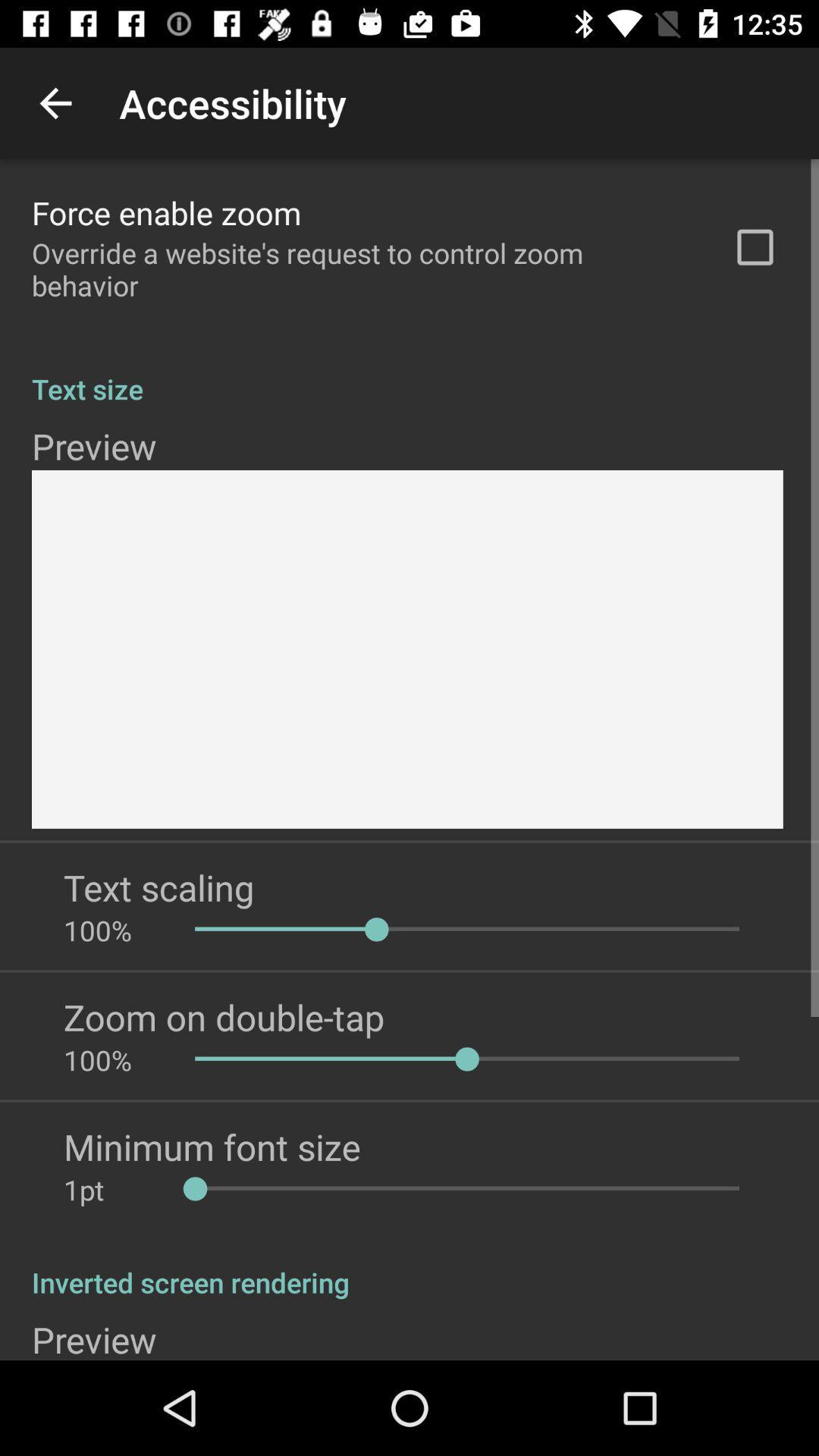  I want to click on the icon below minimum font size app, so click(112, 1189).